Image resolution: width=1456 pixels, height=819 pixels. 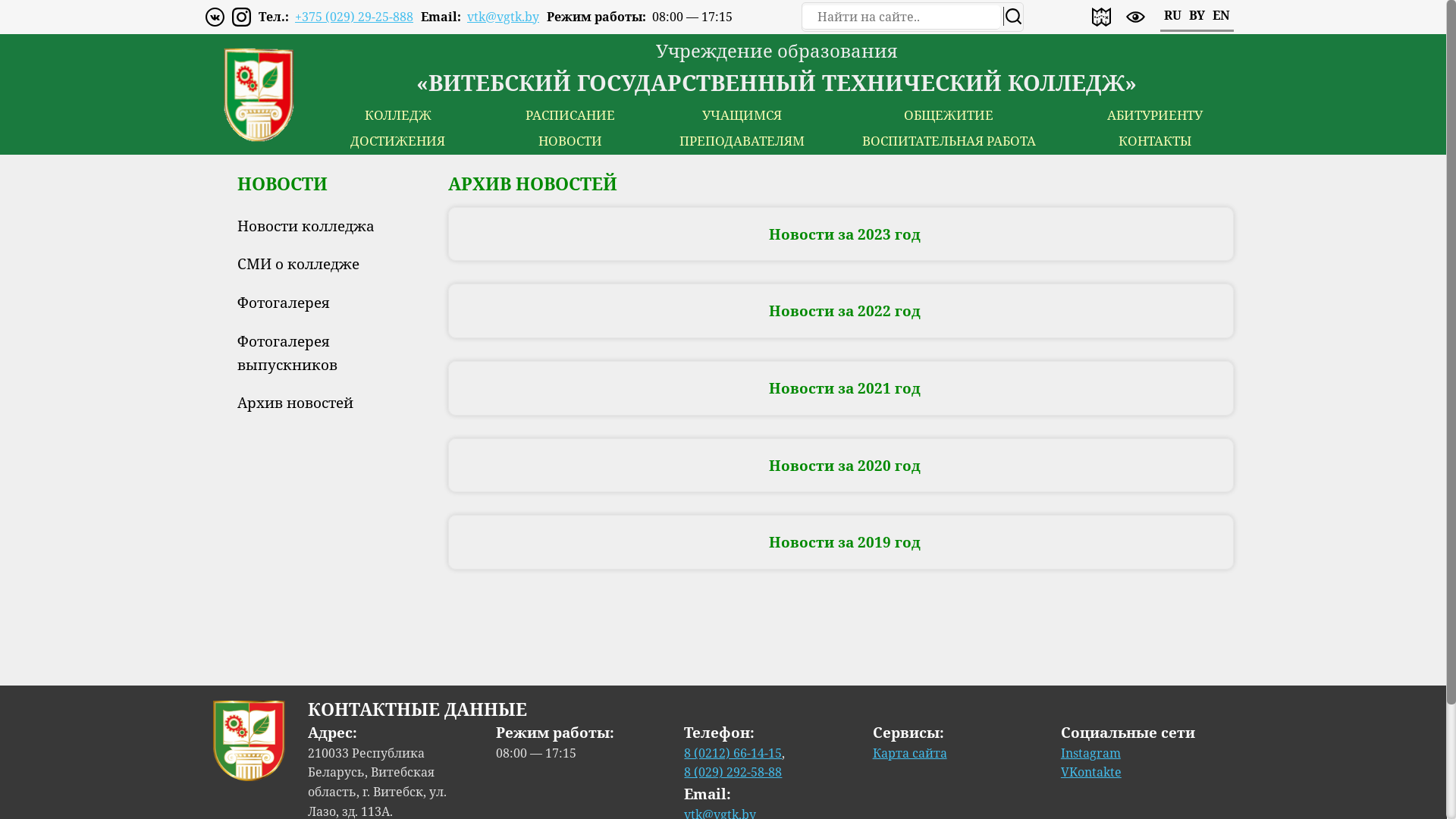 I want to click on 'RU', so click(x=1172, y=15).